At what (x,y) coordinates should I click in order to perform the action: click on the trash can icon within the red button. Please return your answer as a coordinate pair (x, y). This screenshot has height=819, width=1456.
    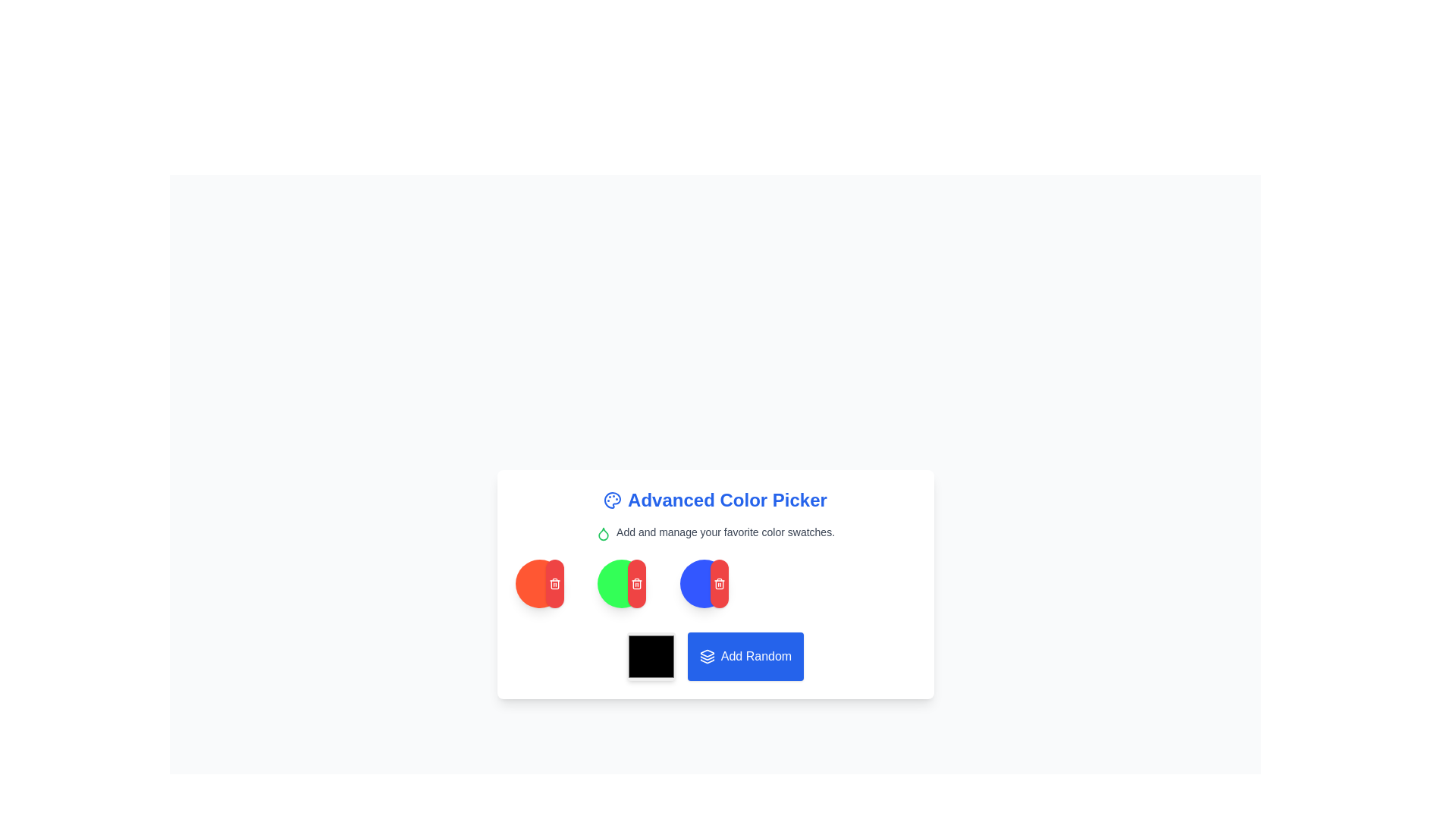
    Looking at the image, I should click on (719, 584).